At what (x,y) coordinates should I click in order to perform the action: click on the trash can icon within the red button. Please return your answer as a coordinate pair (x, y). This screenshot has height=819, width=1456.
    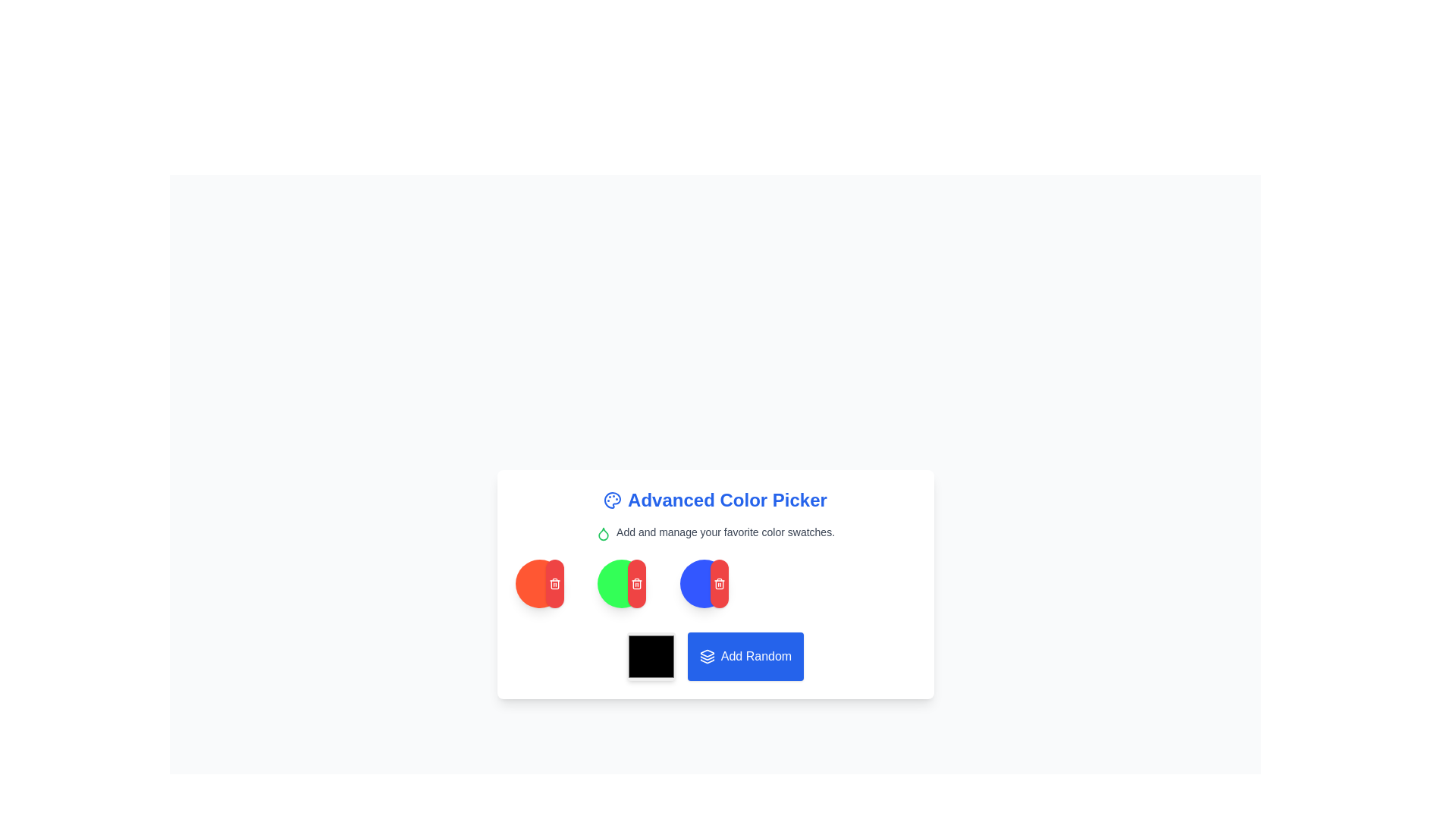
    Looking at the image, I should click on (719, 584).